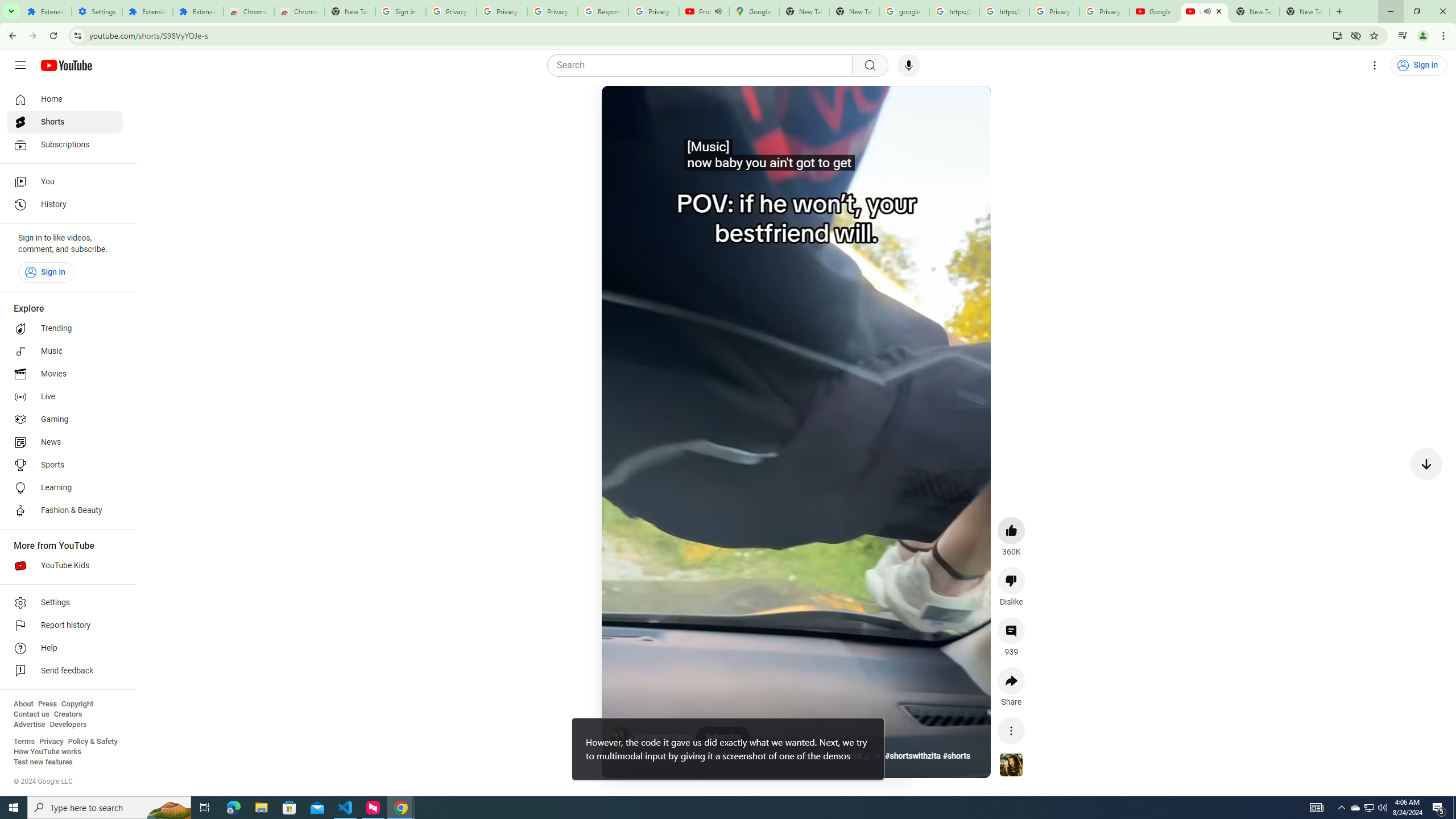 The width and height of the screenshot is (1456, 819). I want to click on 'Press', so click(47, 704).